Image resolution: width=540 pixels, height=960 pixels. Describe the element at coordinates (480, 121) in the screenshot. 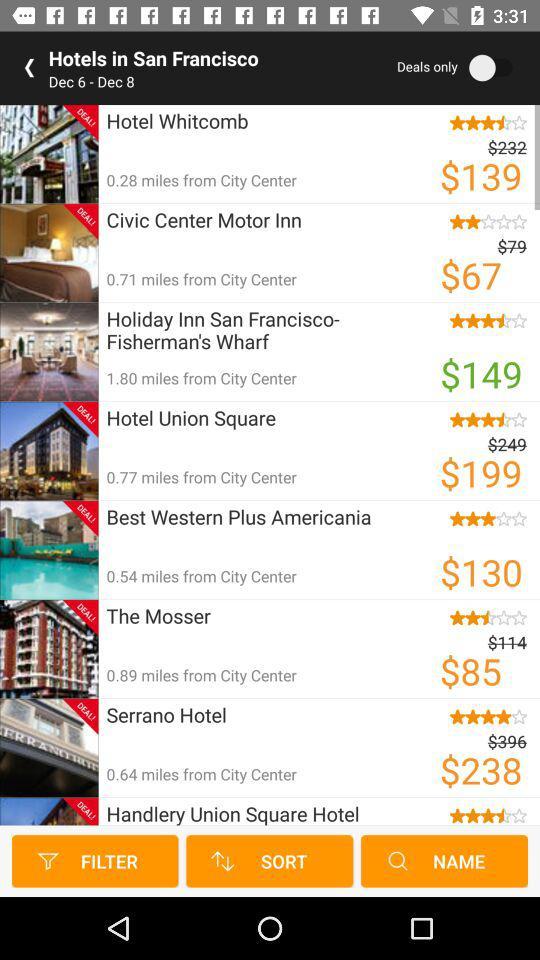

I see `the stars next to hotel whitcomb` at that location.